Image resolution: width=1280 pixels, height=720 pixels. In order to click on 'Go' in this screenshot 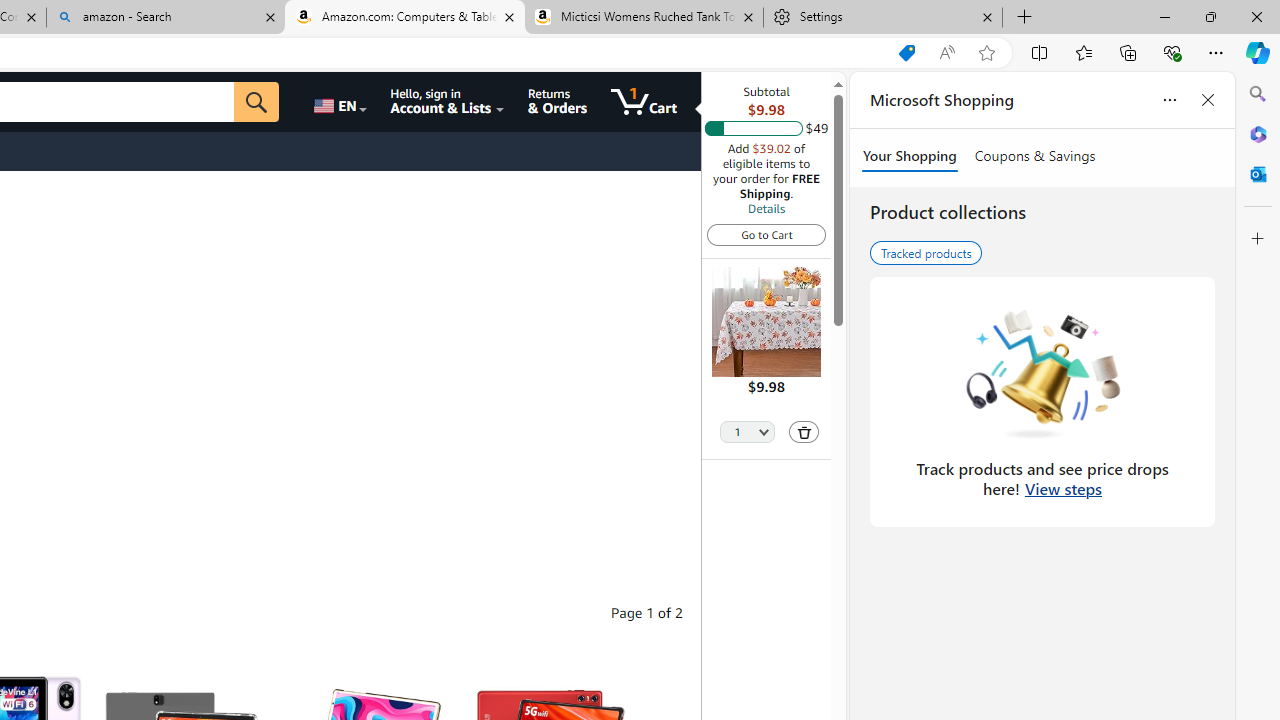, I will do `click(256, 101)`.